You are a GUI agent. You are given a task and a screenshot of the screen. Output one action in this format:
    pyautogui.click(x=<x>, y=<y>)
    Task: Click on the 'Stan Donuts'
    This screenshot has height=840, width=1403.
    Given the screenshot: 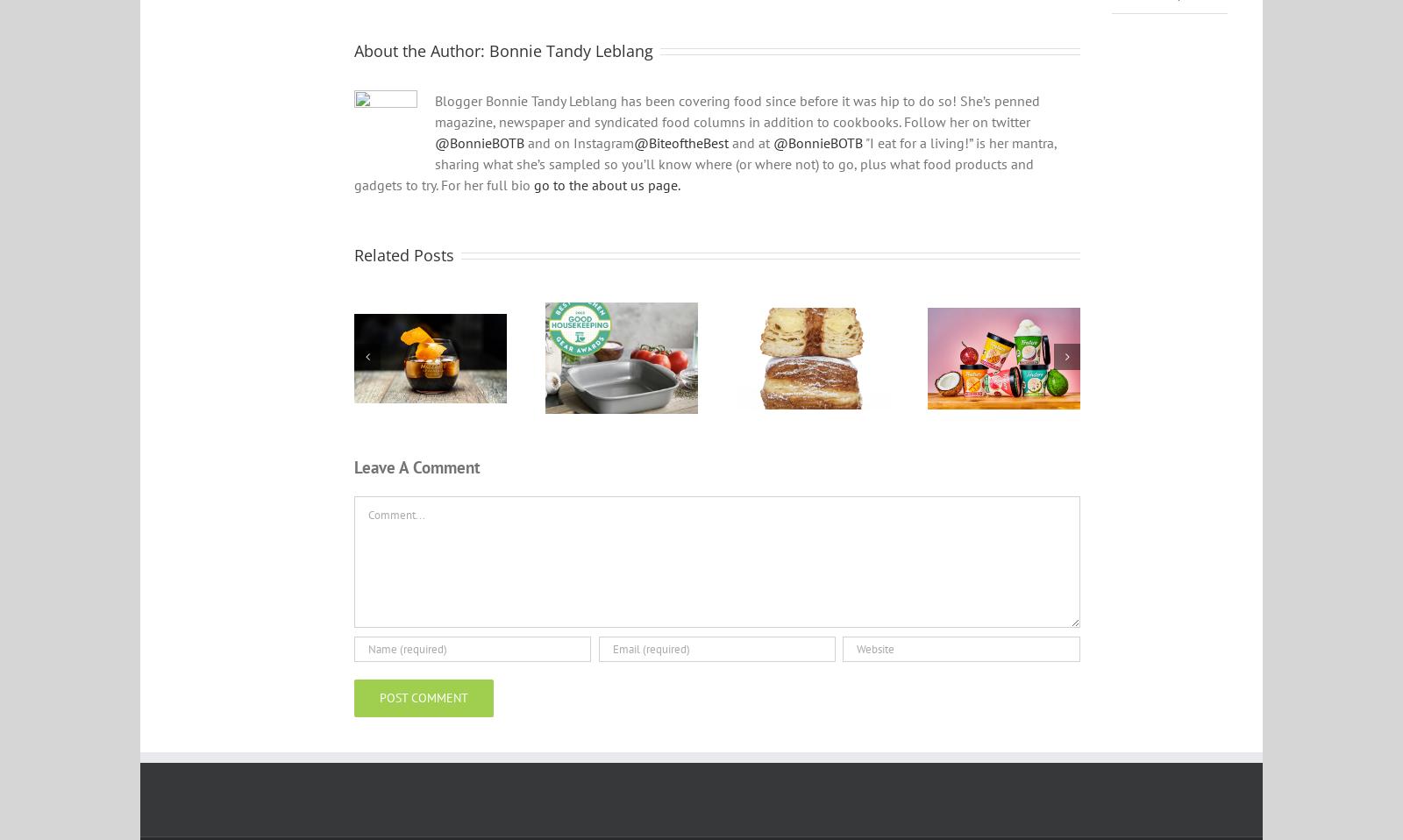 What is the action you would take?
    pyautogui.click(x=812, y=388)
    